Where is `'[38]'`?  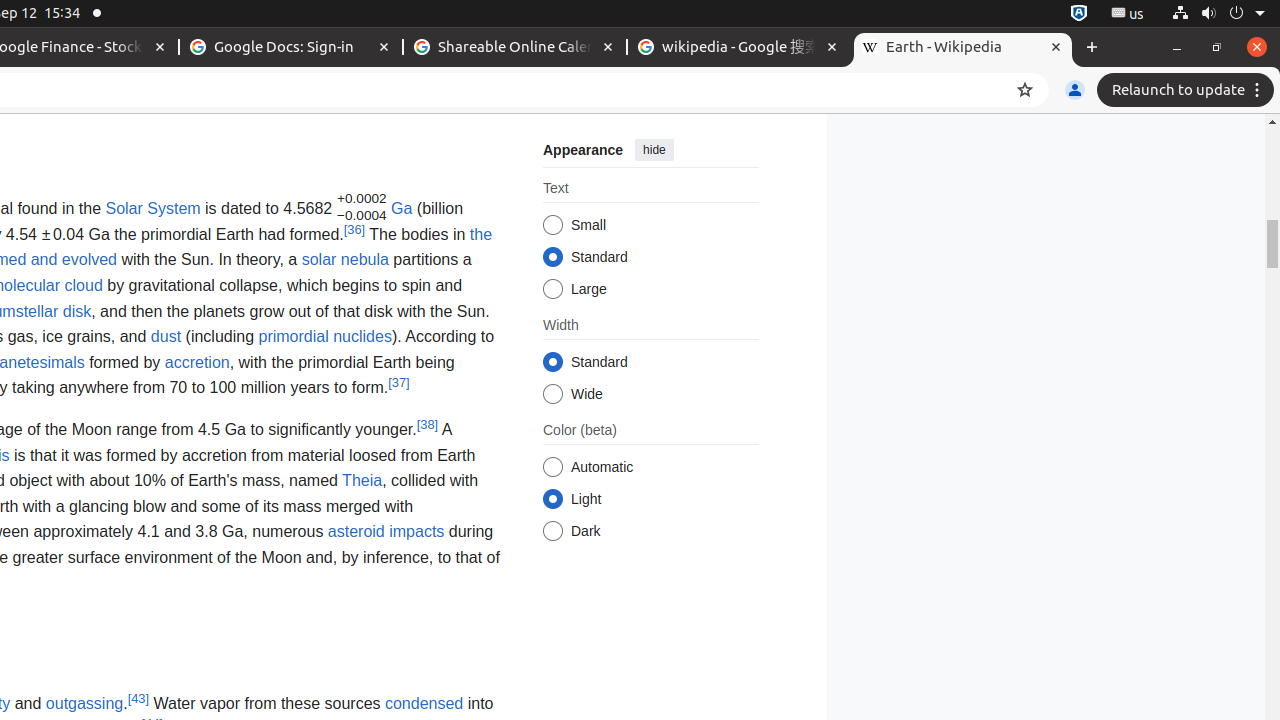 '[38]' is located at coordinates (426, 423).